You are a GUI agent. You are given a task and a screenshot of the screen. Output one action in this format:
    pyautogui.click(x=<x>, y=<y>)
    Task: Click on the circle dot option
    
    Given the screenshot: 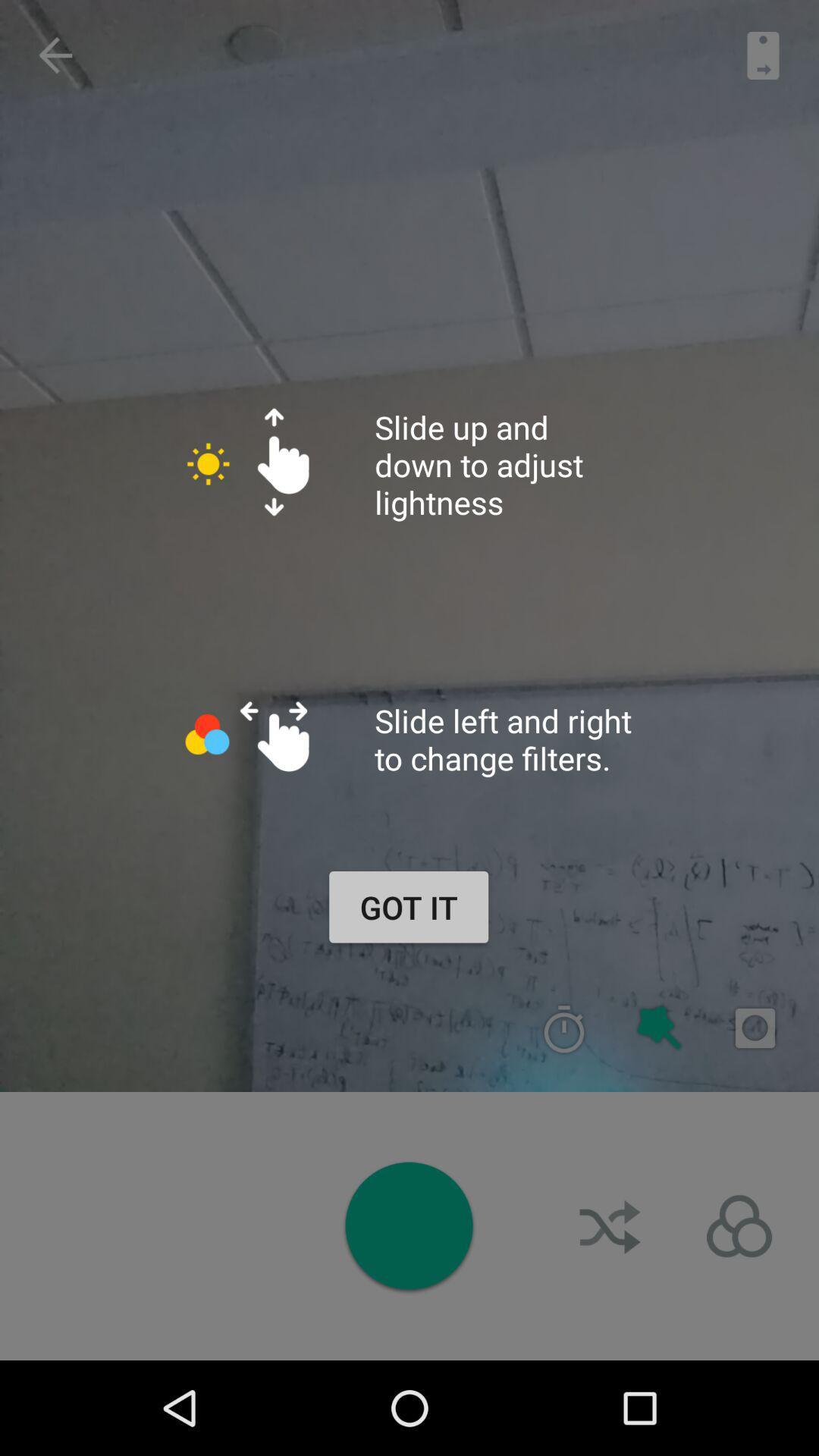 What is the action you would take?
    pyautogui.click(x=408, y=1225)
    